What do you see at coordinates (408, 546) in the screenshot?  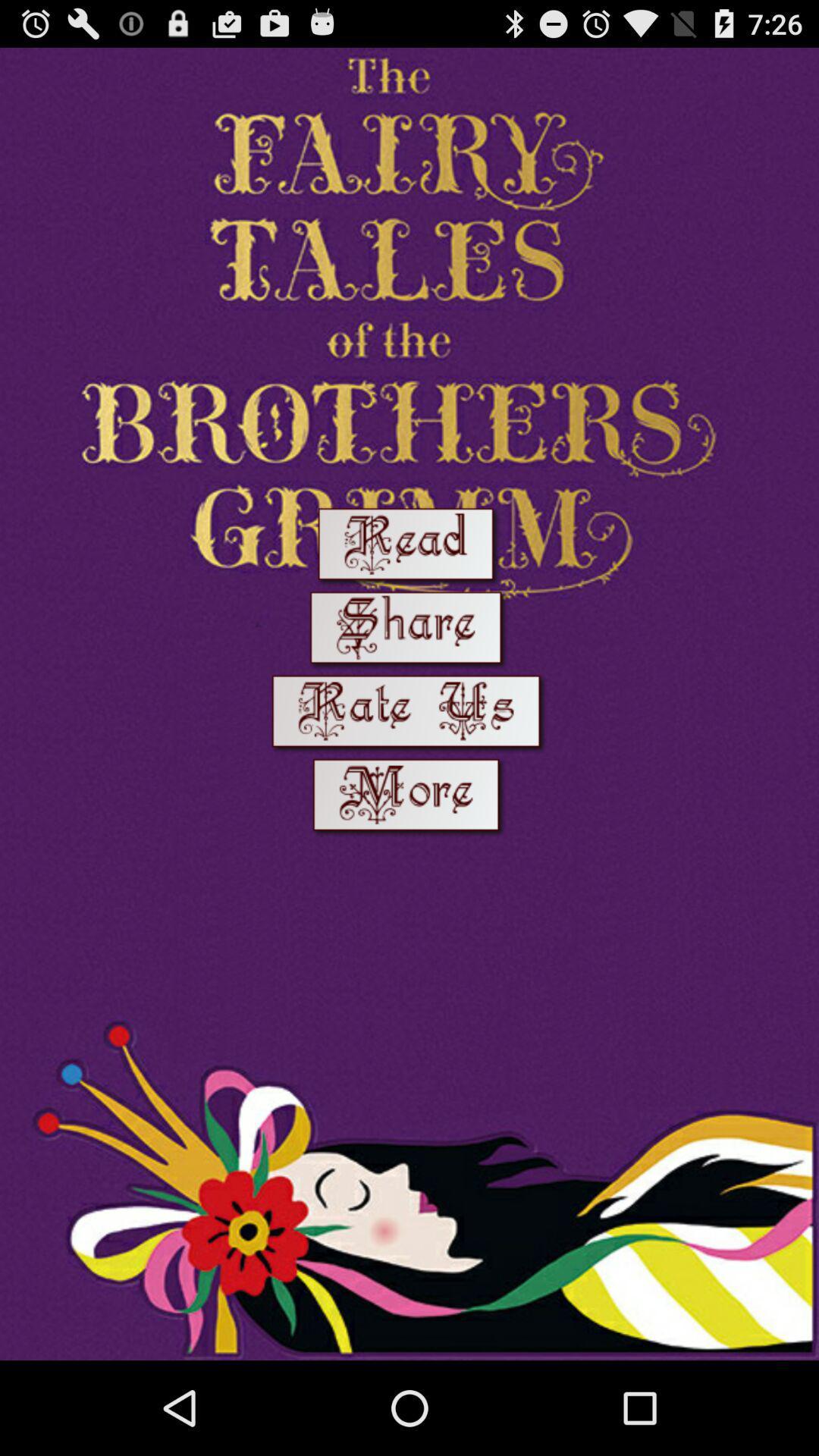 I see `read book` at bounding box center [408, 546].